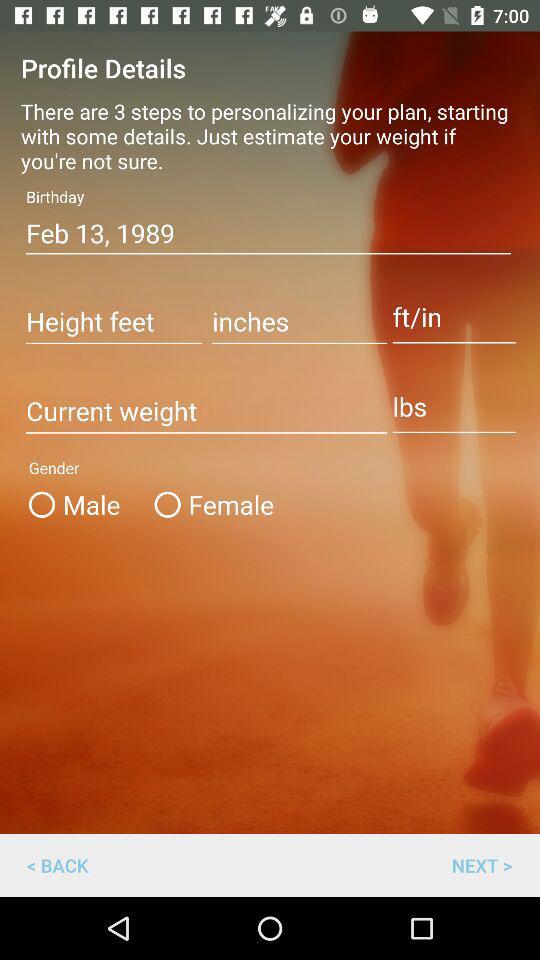 This screenshot has height=960, width=540. I want to click on < back item, so click(57, 864).